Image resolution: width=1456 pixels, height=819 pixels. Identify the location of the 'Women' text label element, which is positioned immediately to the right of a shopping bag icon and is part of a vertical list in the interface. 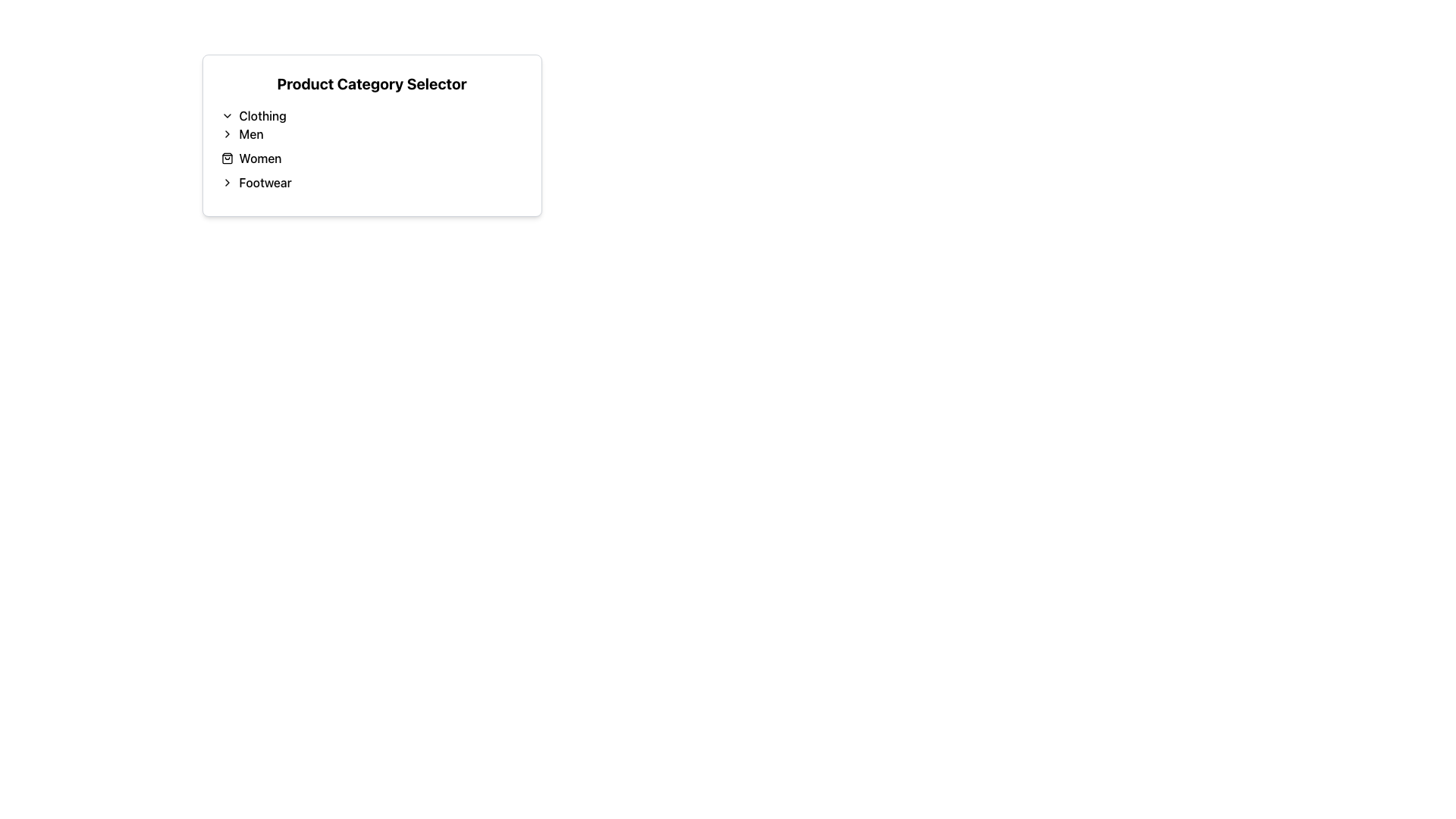
(260, 158).